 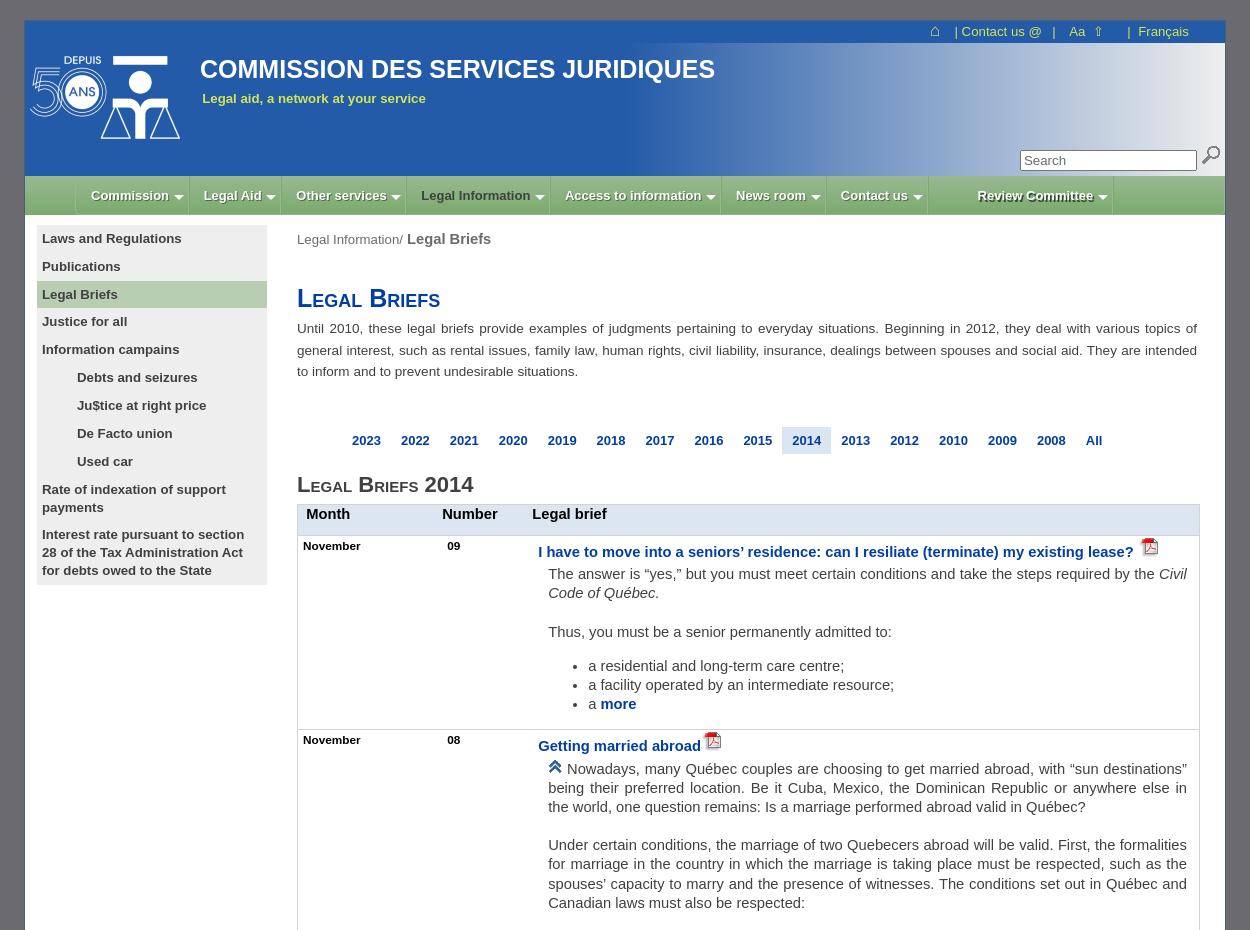 What do you see at coordinates (617, 702) in the screenshot?
I see `'more'` at bounding box center [617, 702].